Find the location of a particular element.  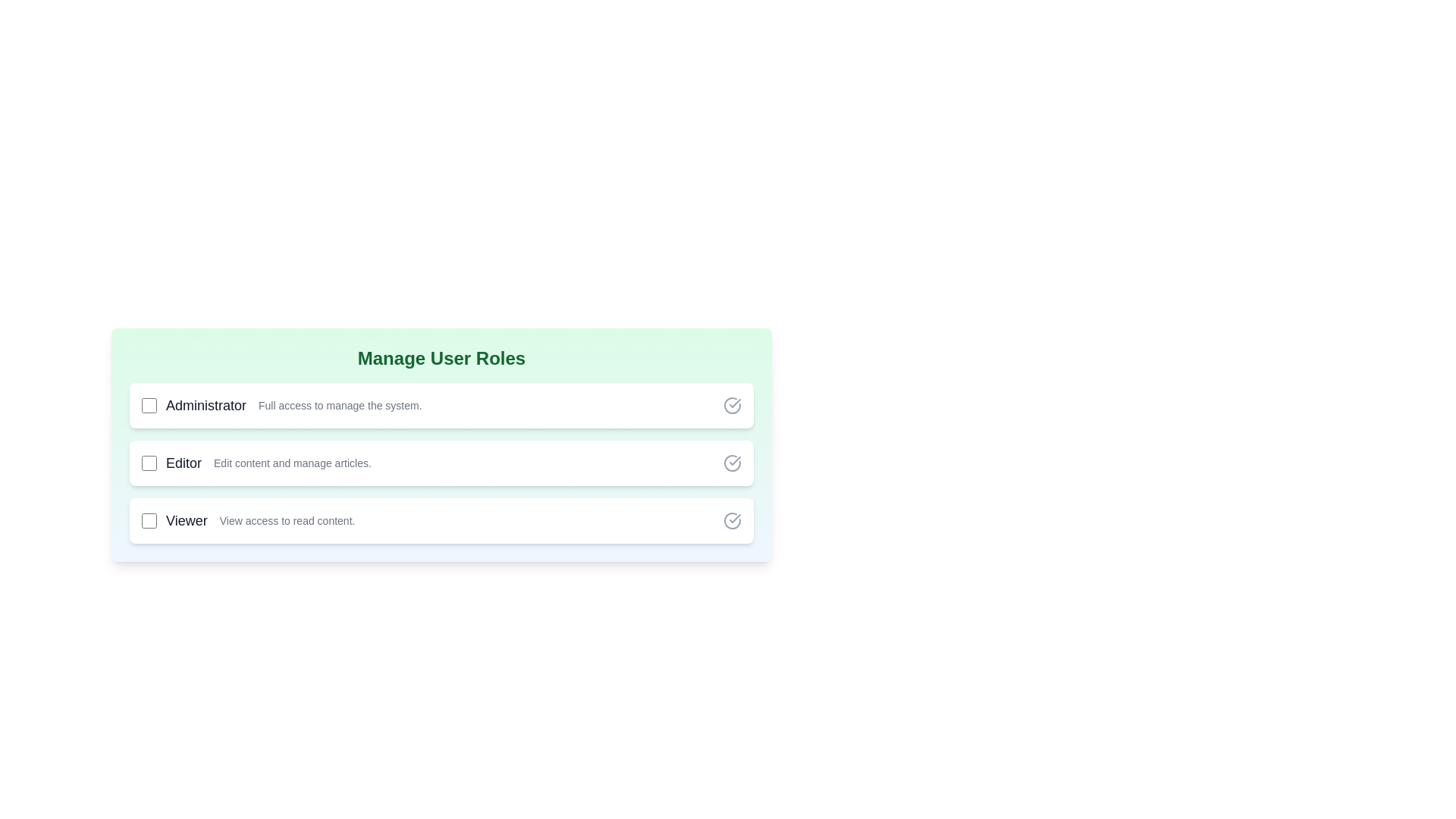

the role Editor by clicking its checkbox is located at coordinates (149, 462).